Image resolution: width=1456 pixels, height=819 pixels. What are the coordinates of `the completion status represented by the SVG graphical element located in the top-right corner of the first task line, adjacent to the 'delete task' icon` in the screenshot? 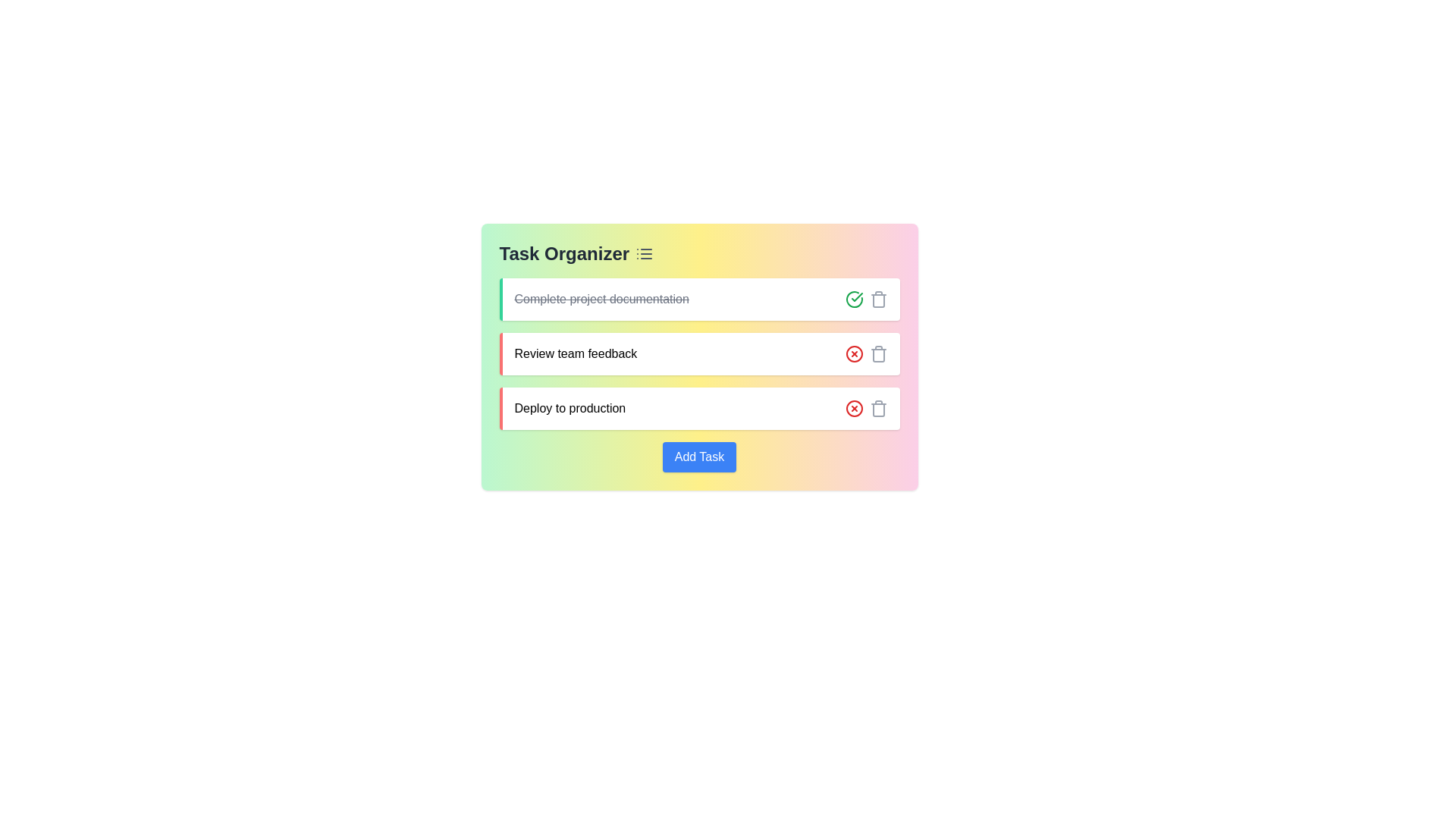 It's located at (854, 299).